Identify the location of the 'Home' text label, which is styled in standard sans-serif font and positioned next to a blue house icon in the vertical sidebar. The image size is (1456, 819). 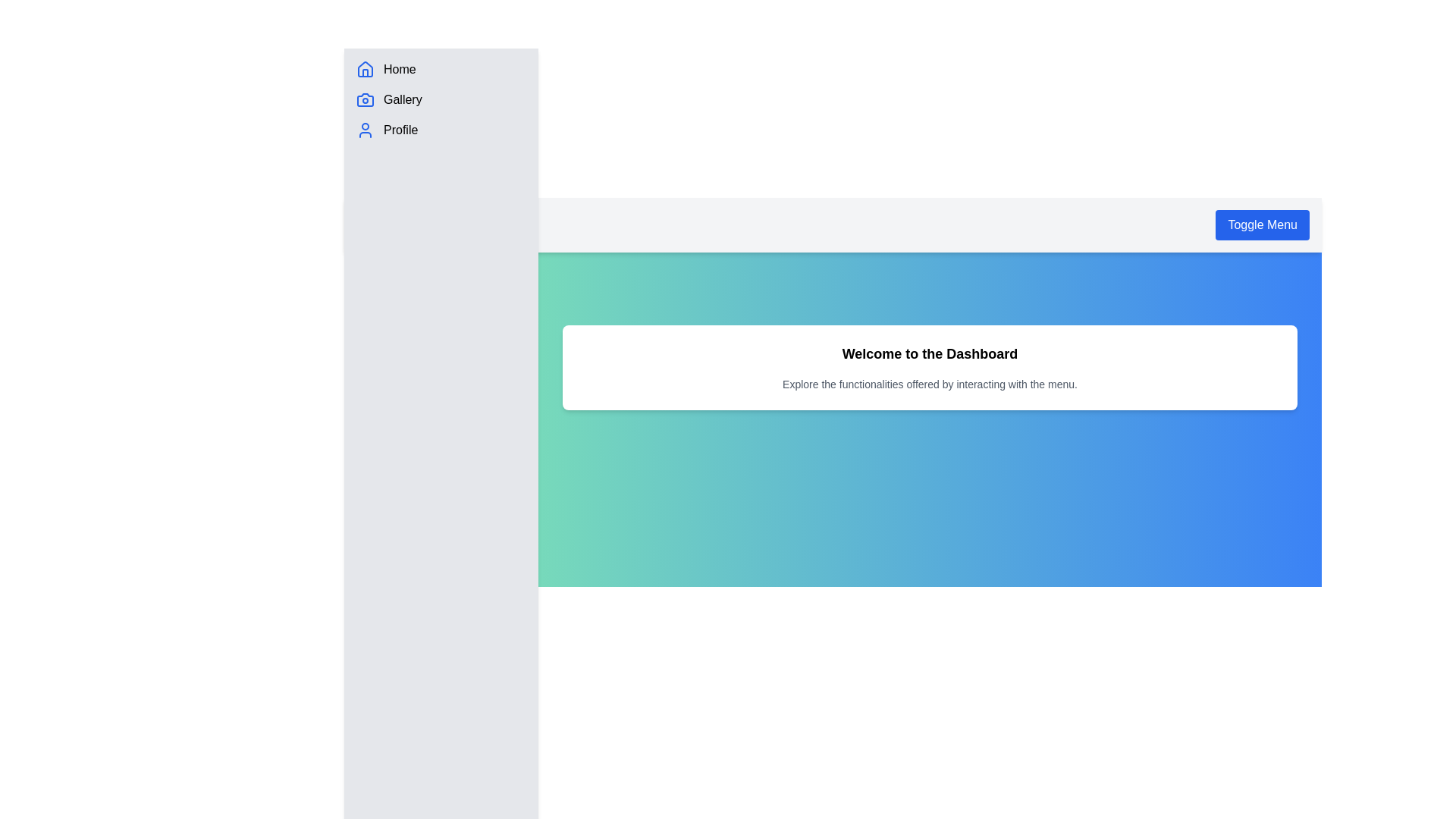
(400, 70).